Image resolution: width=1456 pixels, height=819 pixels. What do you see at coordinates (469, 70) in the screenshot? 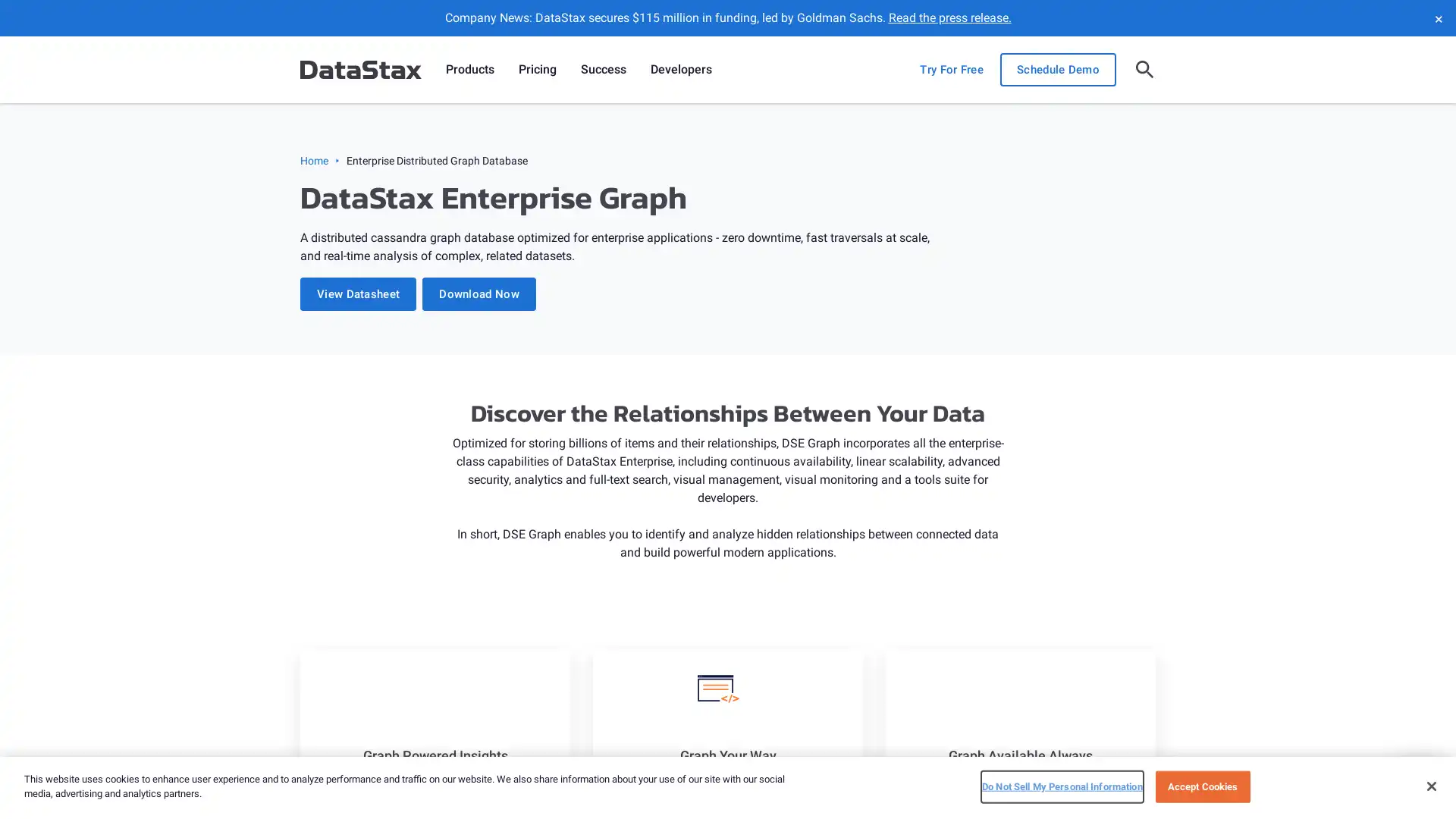
I see `Products` at bounding box center [469, 70].